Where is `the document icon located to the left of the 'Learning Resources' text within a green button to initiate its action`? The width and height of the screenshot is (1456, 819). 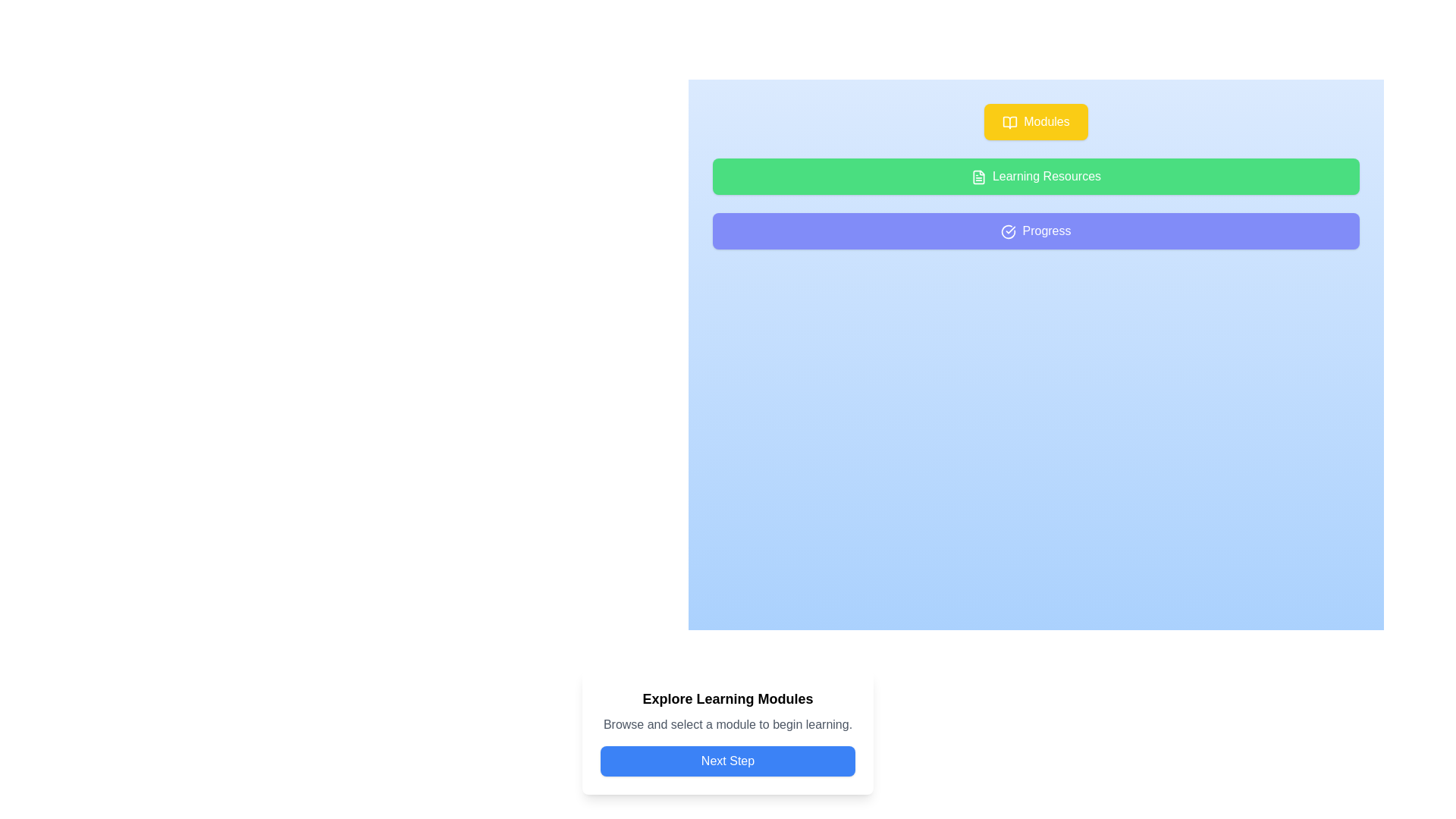 the document icon located to the left of the 'Learning Resources' text within a green button to initiate its action is located at coordinates (978, 176).